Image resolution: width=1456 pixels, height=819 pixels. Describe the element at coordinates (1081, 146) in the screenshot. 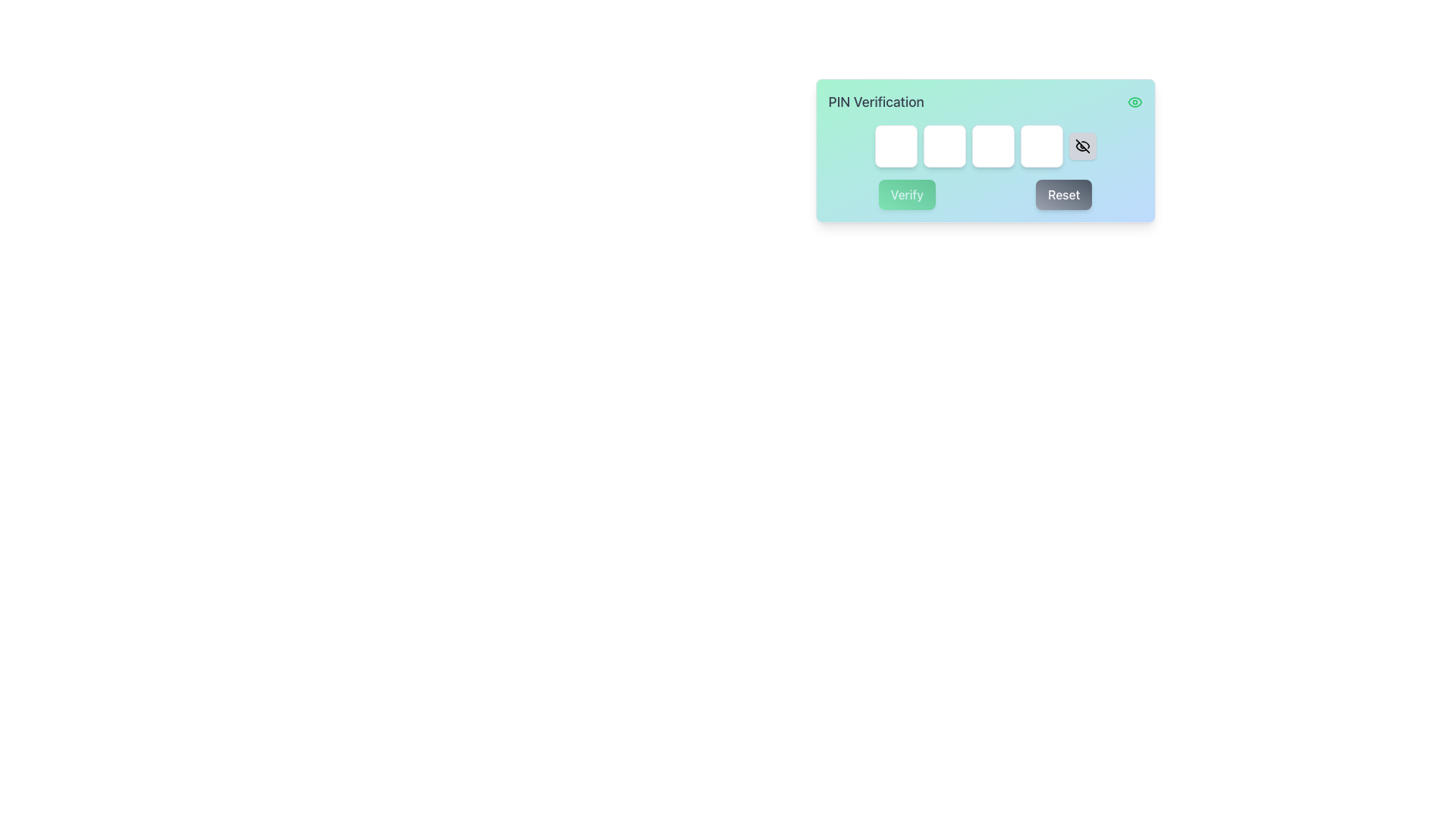

I see `the 'eye-off' icon button located at the far right of the PIN input section` at that location.